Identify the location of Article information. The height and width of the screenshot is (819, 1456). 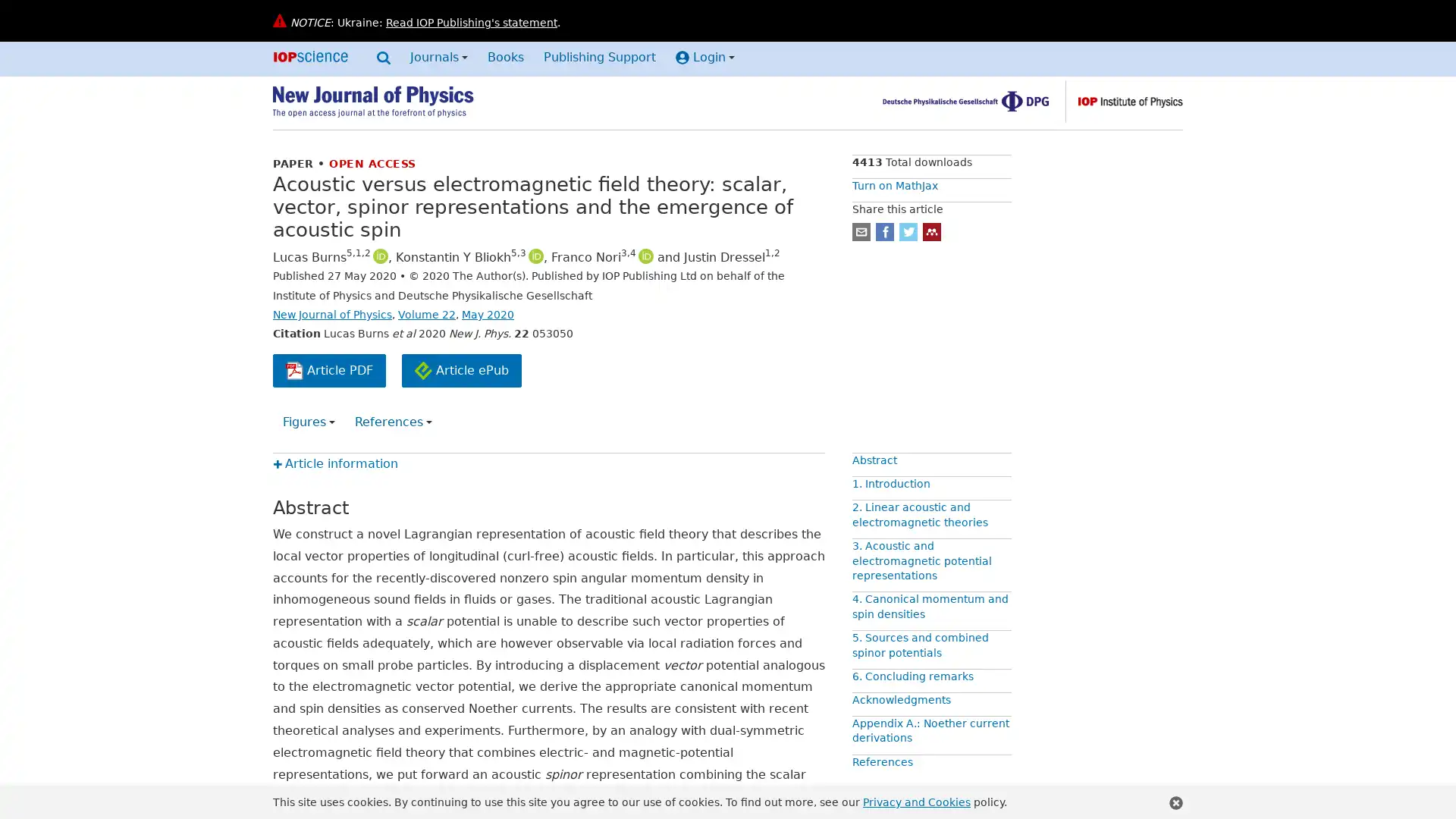
(334, 463).